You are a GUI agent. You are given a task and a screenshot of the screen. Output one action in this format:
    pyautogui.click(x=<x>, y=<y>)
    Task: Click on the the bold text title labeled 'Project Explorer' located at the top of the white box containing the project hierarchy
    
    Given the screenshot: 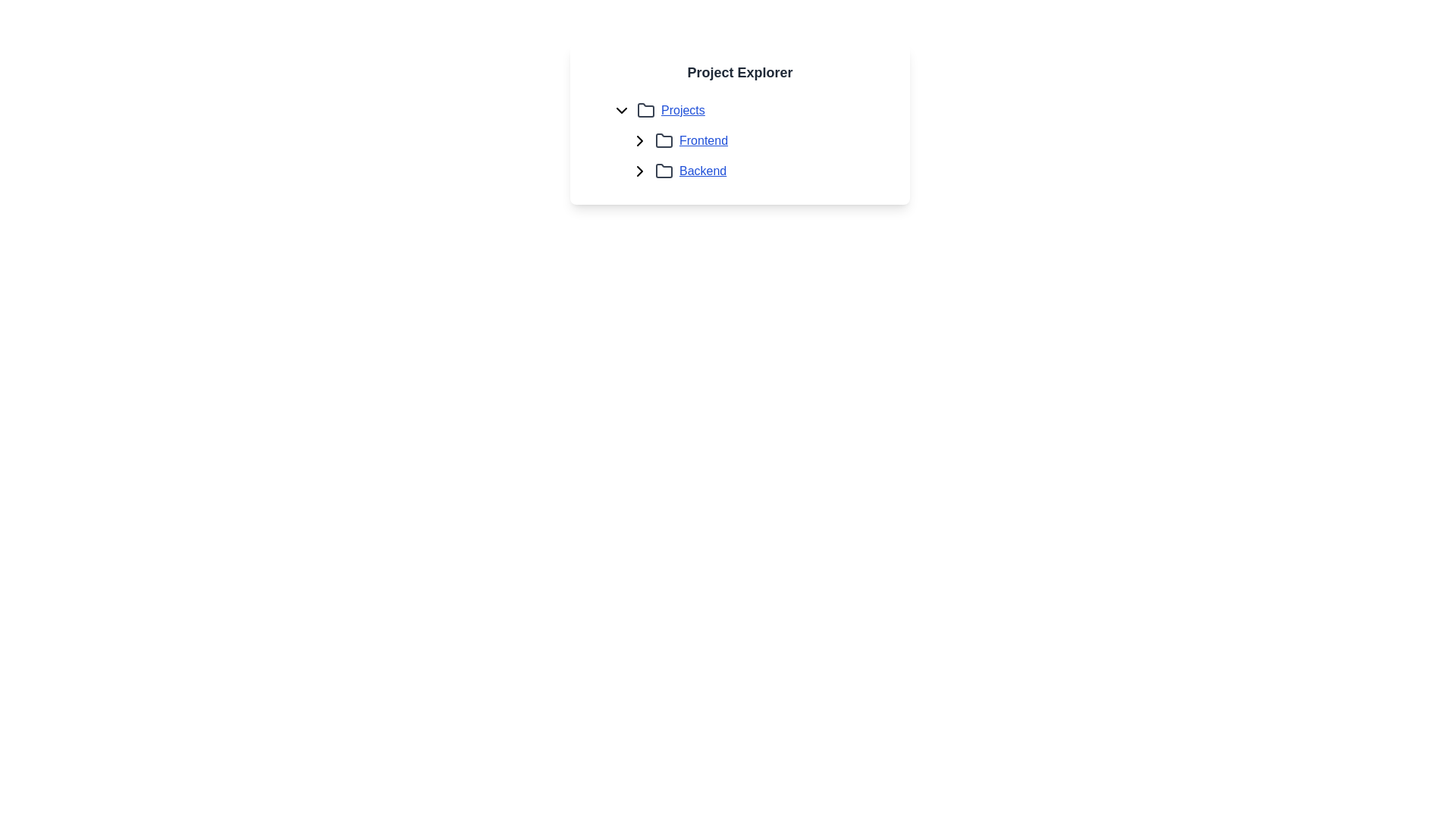 What is the action you would take?
    pyautogui.click(x=739, y=73)
    